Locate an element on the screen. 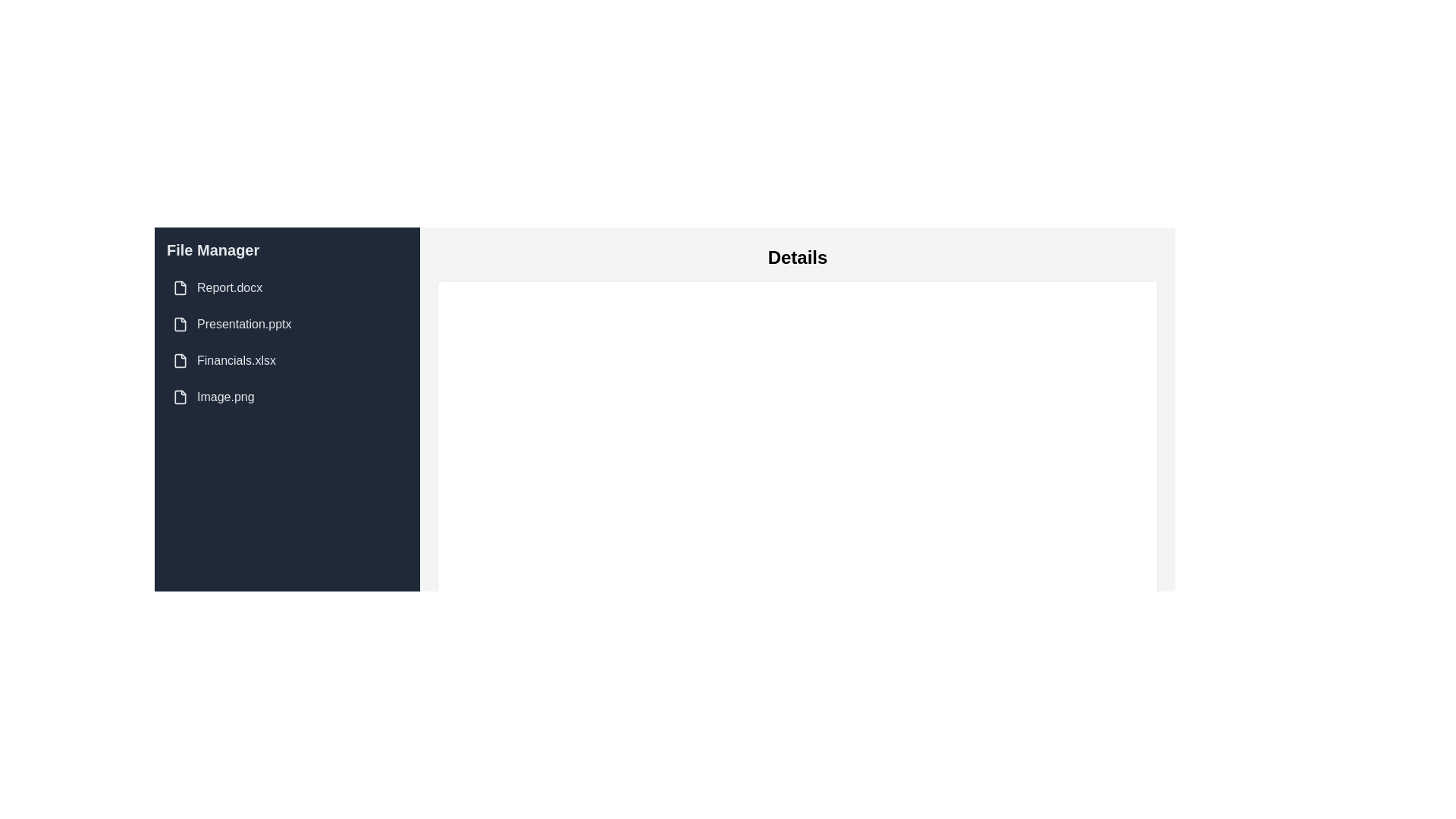  the file icon representing 'Report.docx' located in the left sidebar under 'File Manager' is located at coordinates (180, 288).